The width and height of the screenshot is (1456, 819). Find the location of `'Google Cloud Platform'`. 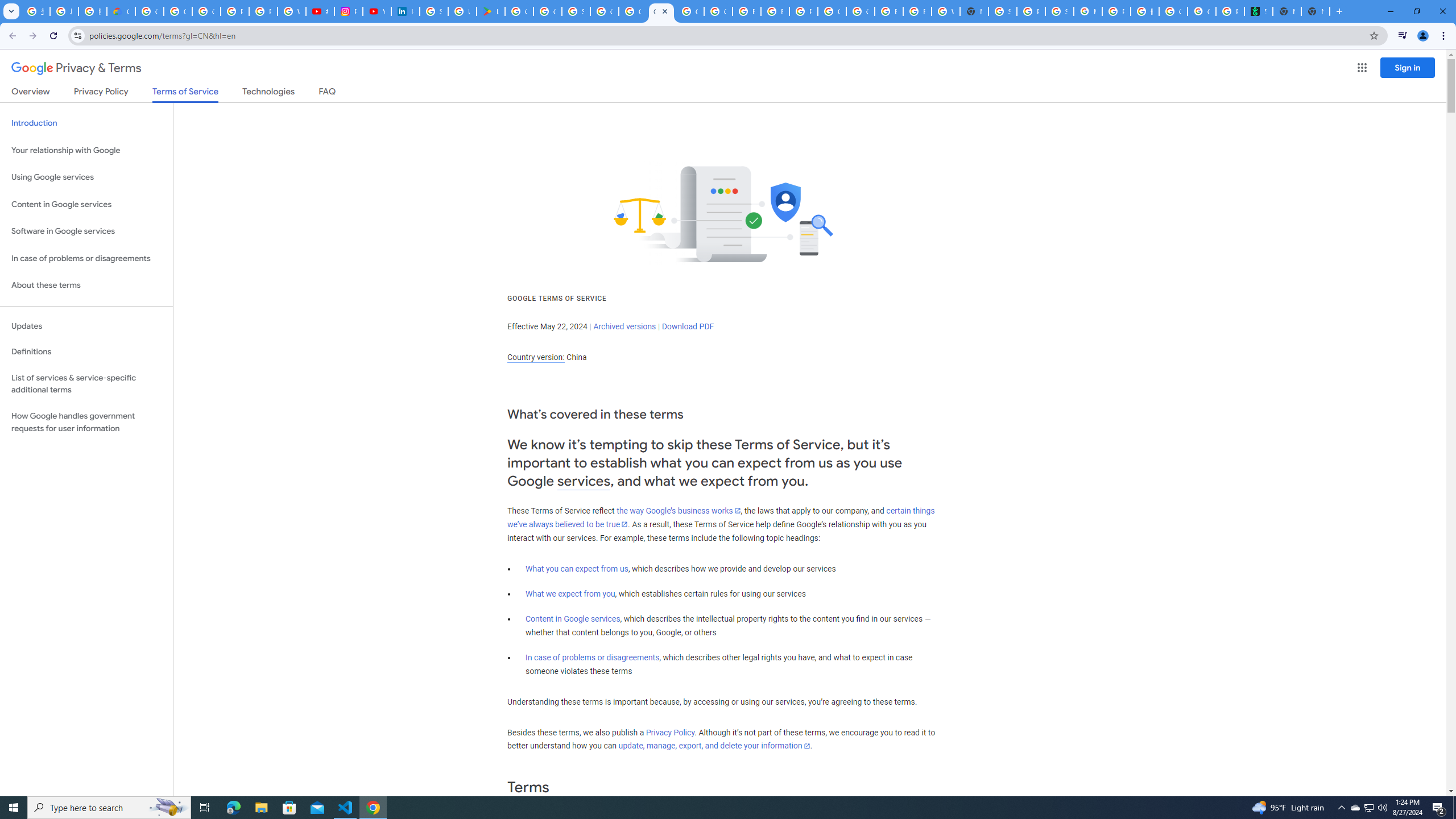

'Google Cloud Platform' is located at coordinates (860, 11).